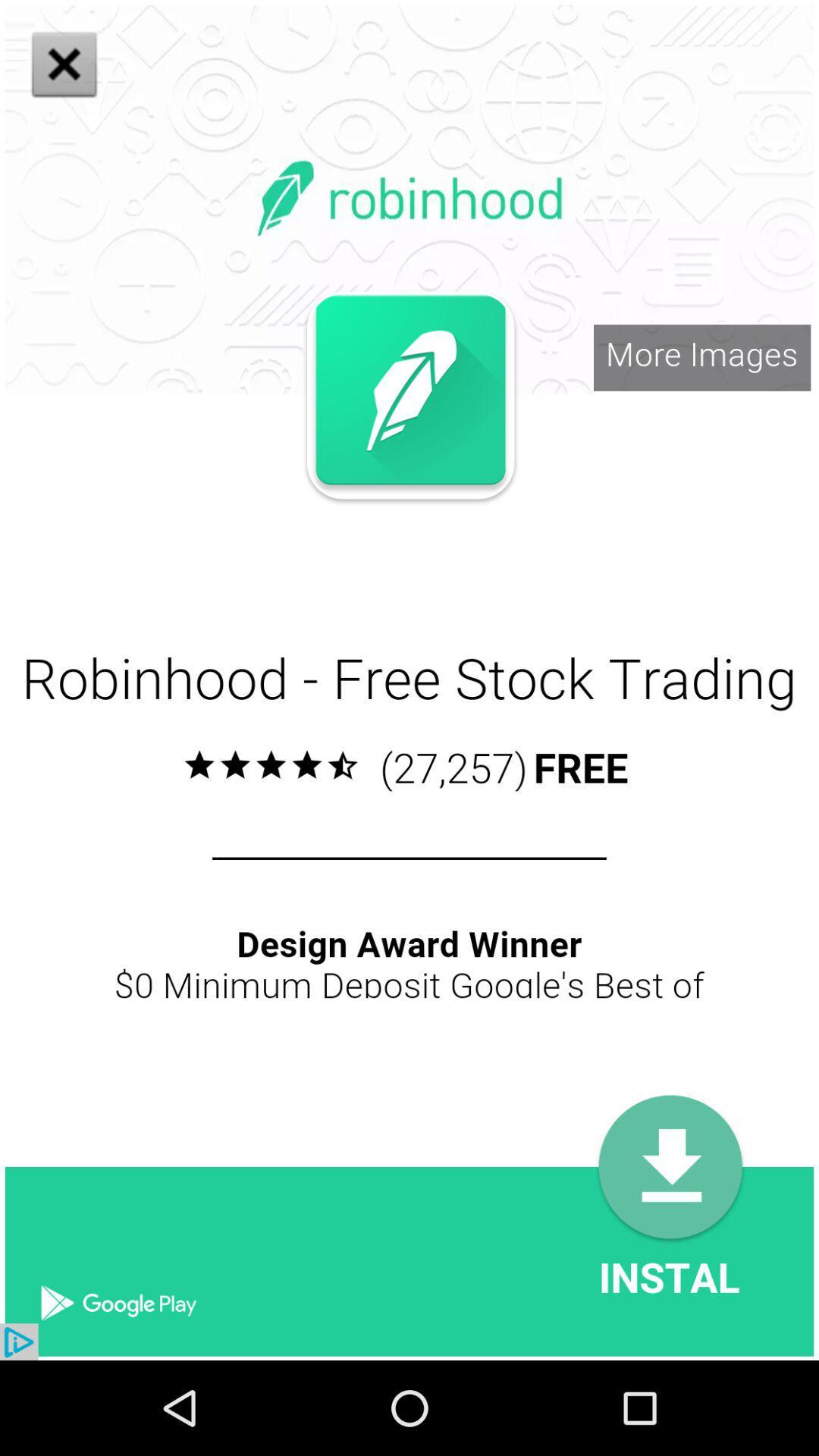 The width and height of the screenshot is (819, 1456). I want to click on close, so click(318, 529).